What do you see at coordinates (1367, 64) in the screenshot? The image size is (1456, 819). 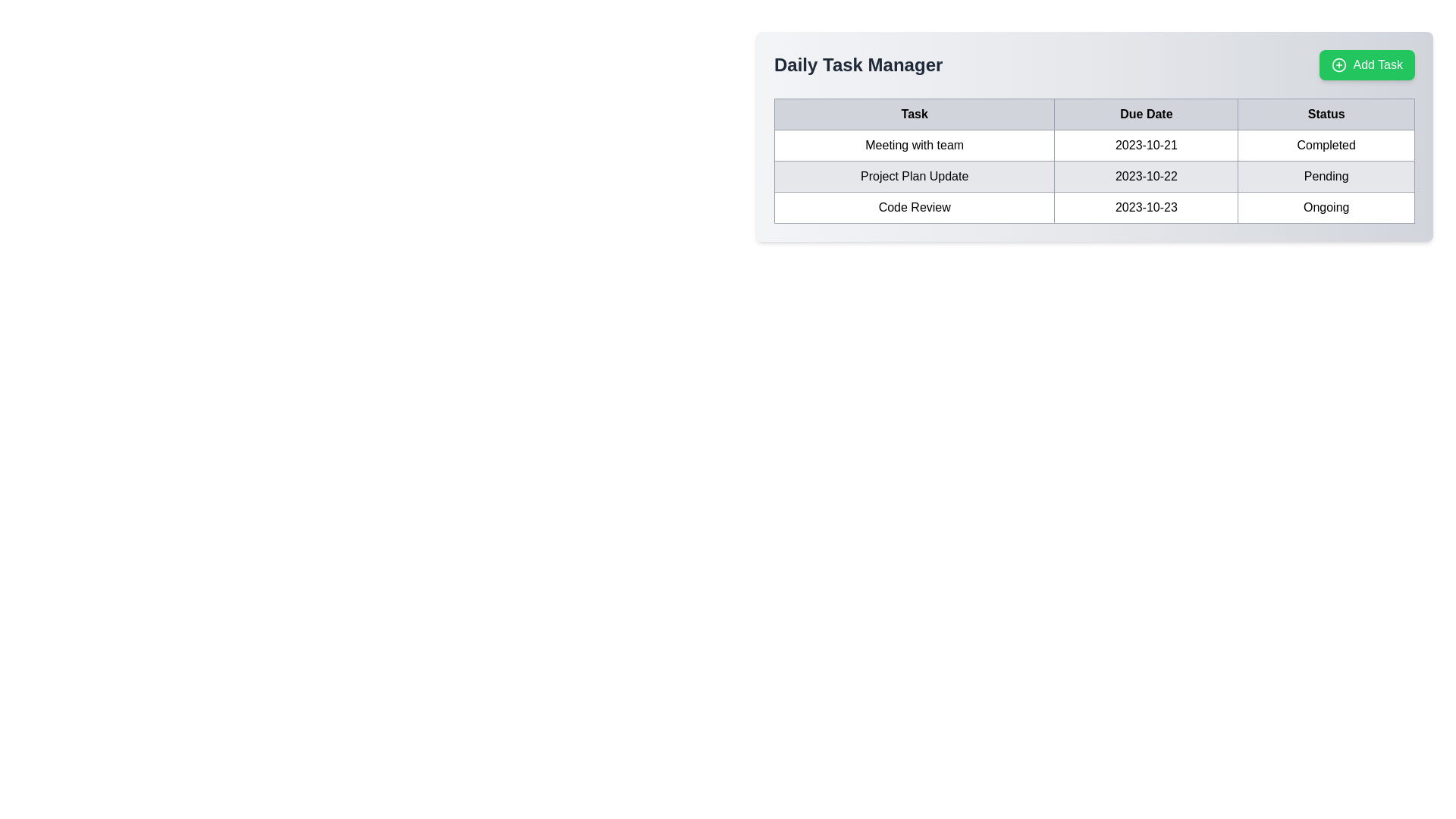 I see `the button that triggers the addition of new tasks in the 'Daily Task Manager' section to prepare for navigation` at bounding box center [1367, 64].